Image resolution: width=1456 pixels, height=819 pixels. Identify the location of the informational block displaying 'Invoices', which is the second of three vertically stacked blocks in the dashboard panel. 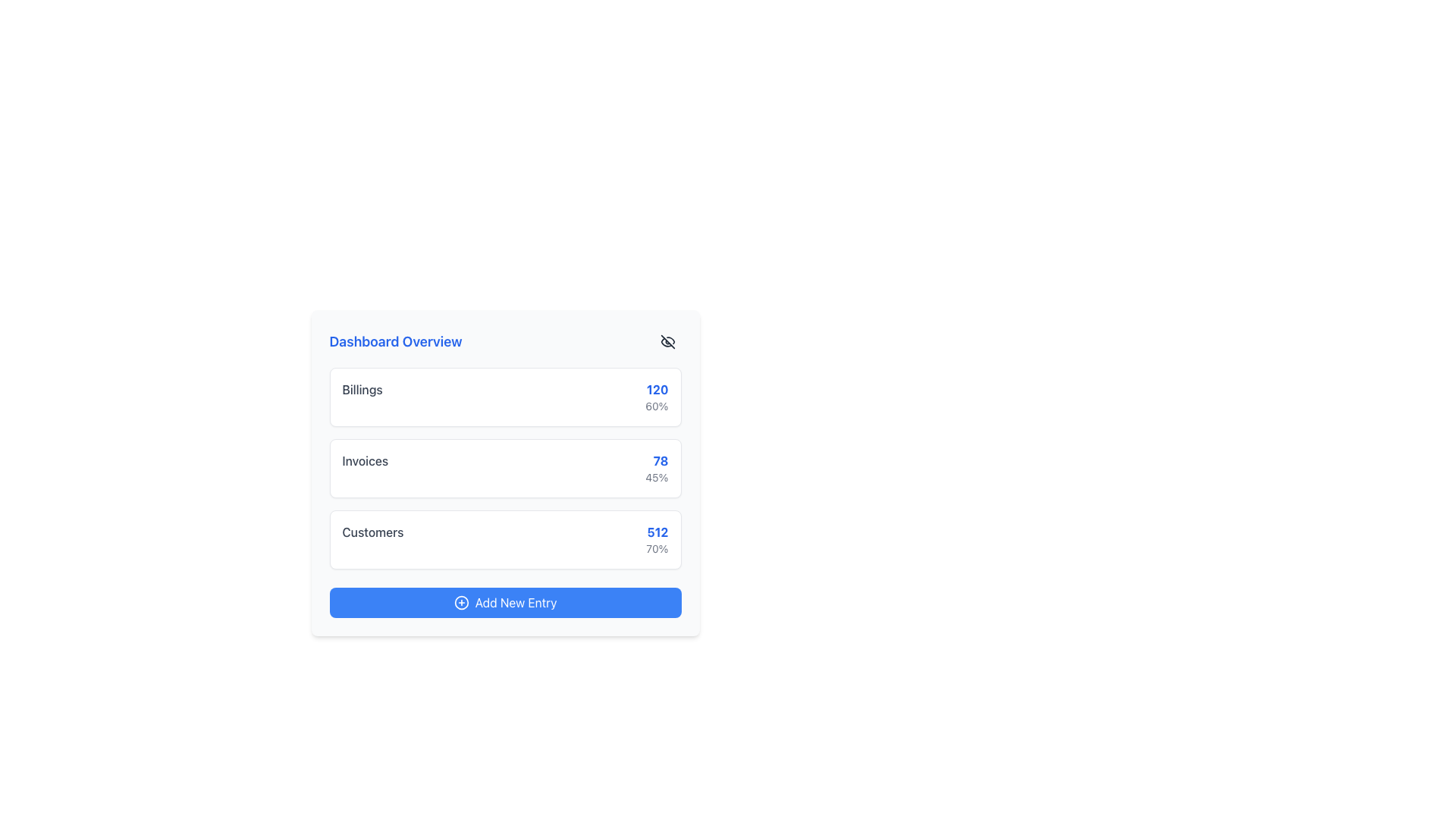
(505, 472).